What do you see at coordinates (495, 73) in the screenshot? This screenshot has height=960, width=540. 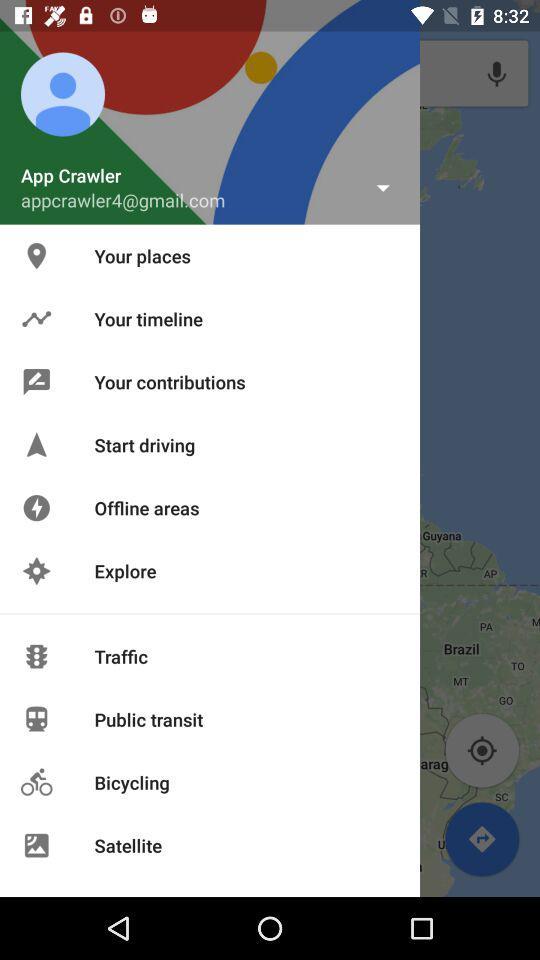 I see `voice search symbol` at bounding box center [495, 73].